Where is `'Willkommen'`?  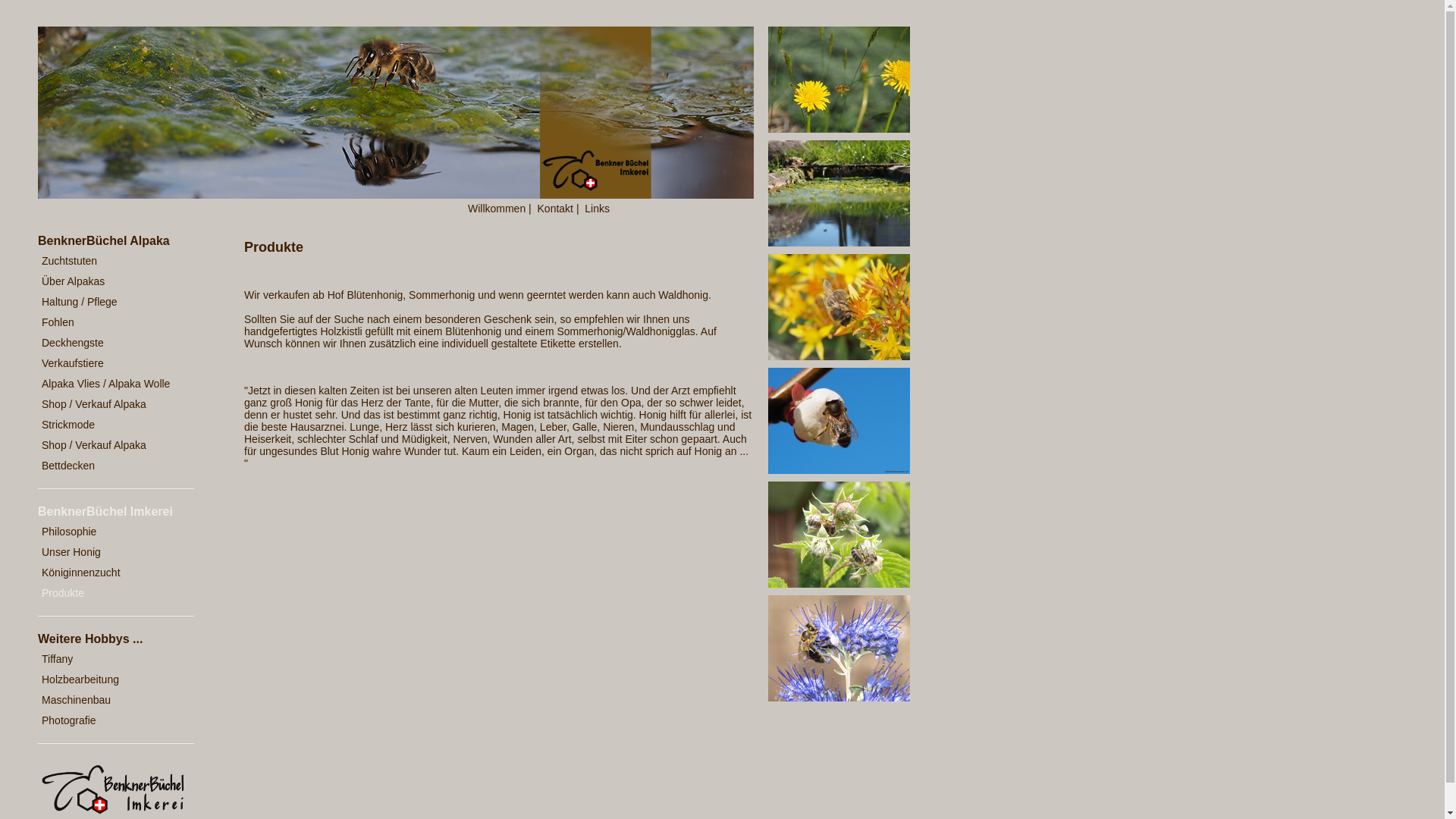
'Willkommen' is located at coordinates (496, 208).